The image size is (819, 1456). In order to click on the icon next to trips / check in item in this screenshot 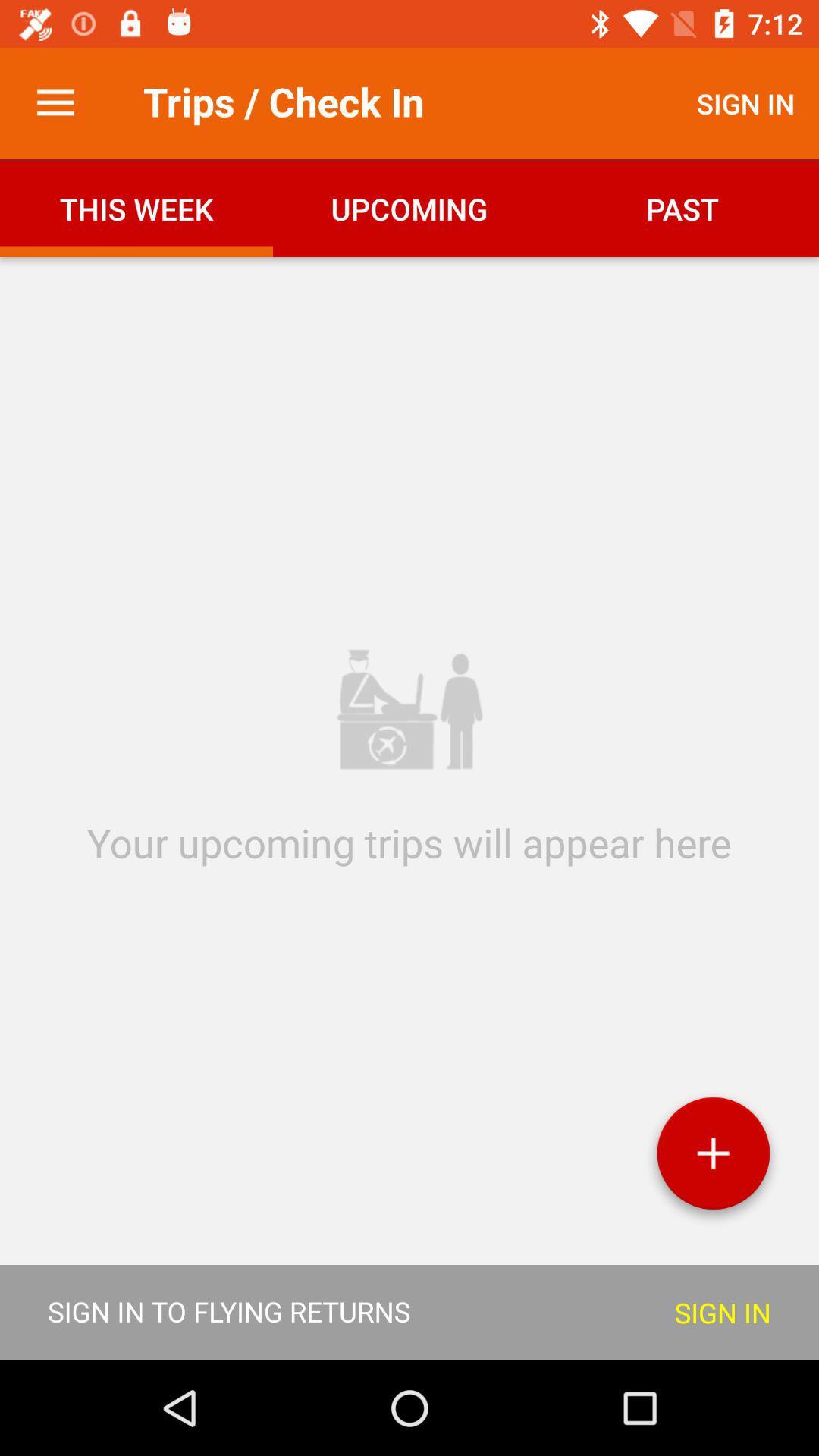, I will do `click(55, 102)`.